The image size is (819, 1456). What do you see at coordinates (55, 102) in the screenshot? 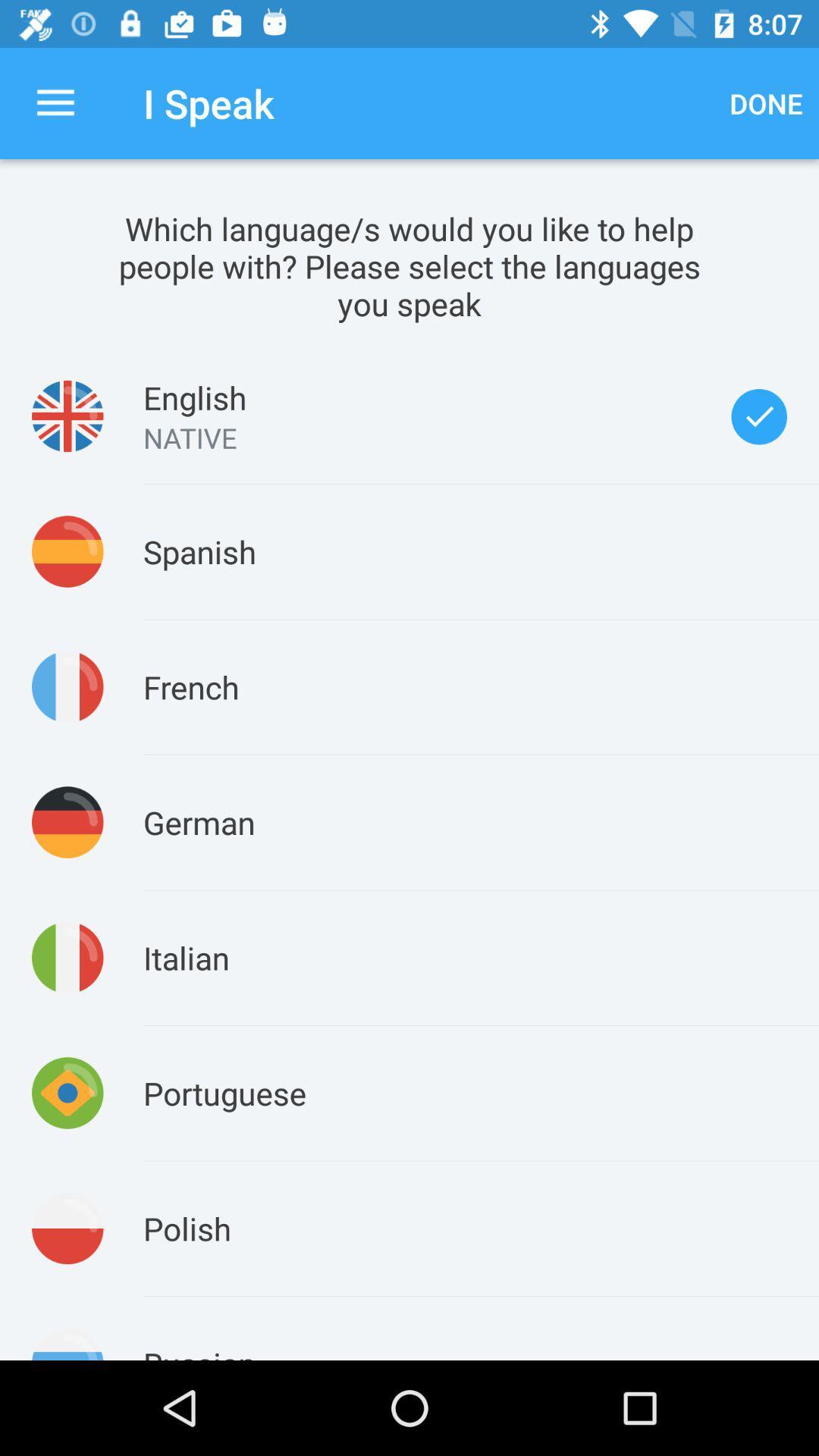
I see `the item to the left of the i speak` at bounding box center [55, 102].